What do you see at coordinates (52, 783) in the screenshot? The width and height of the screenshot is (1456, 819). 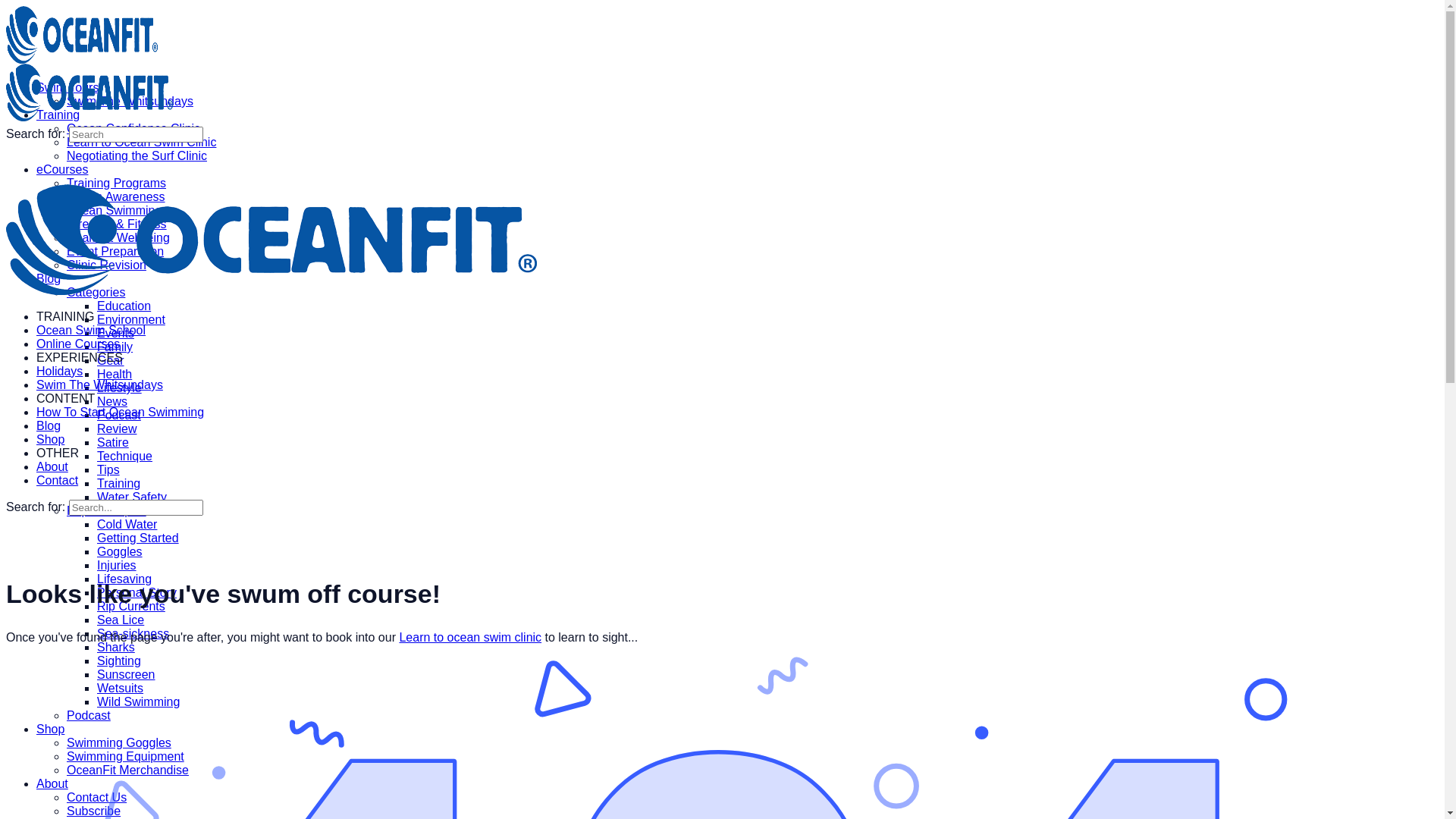 I see `'About'` at bounding box center [52, 783].